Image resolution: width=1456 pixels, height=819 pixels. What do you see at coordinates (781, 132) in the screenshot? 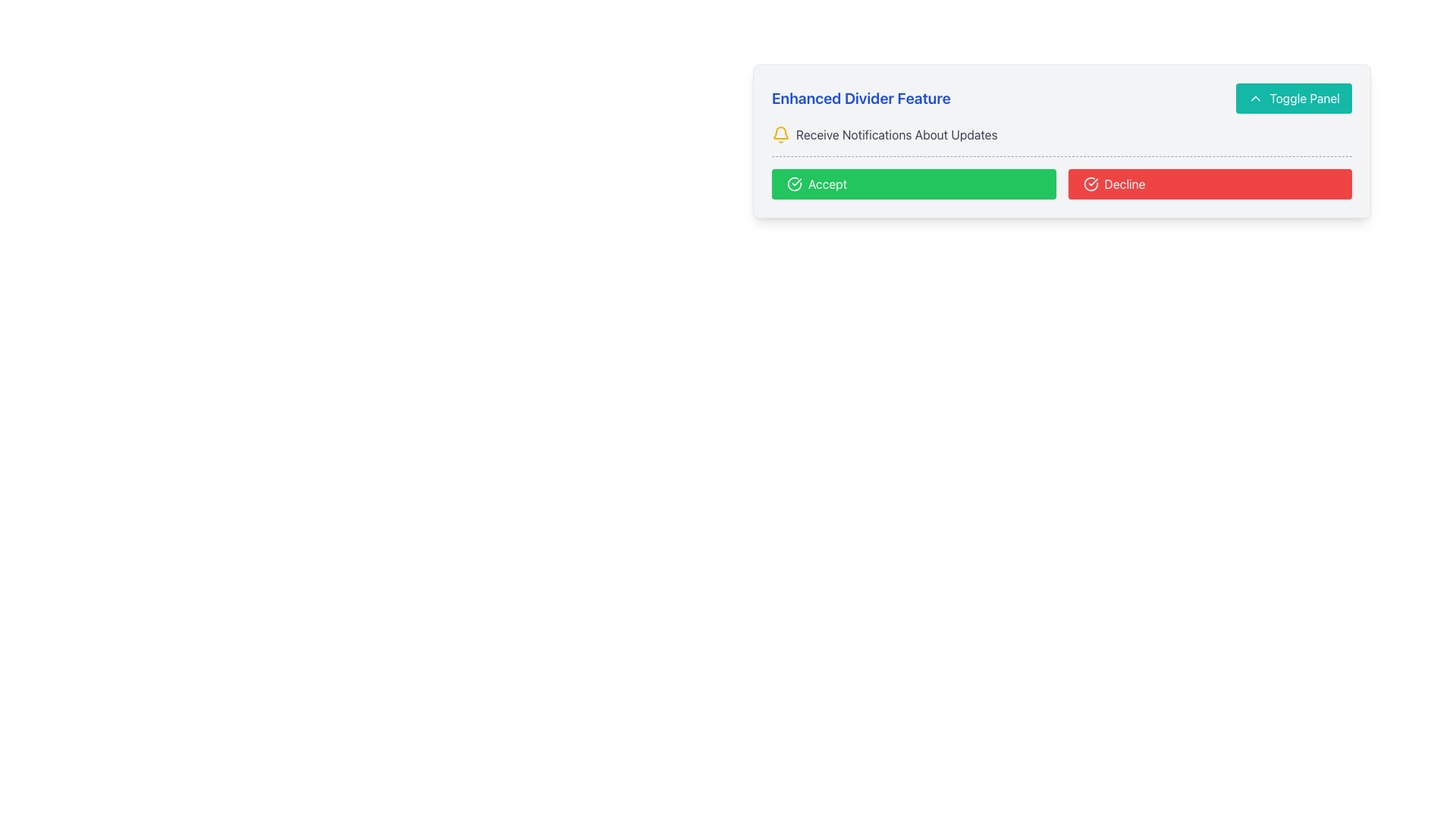
I see `the yellow decorative graphical element that resembles a bell shape within the SVG, which is the second element in the notification bell icon structure` at bounding box center [781, 132].